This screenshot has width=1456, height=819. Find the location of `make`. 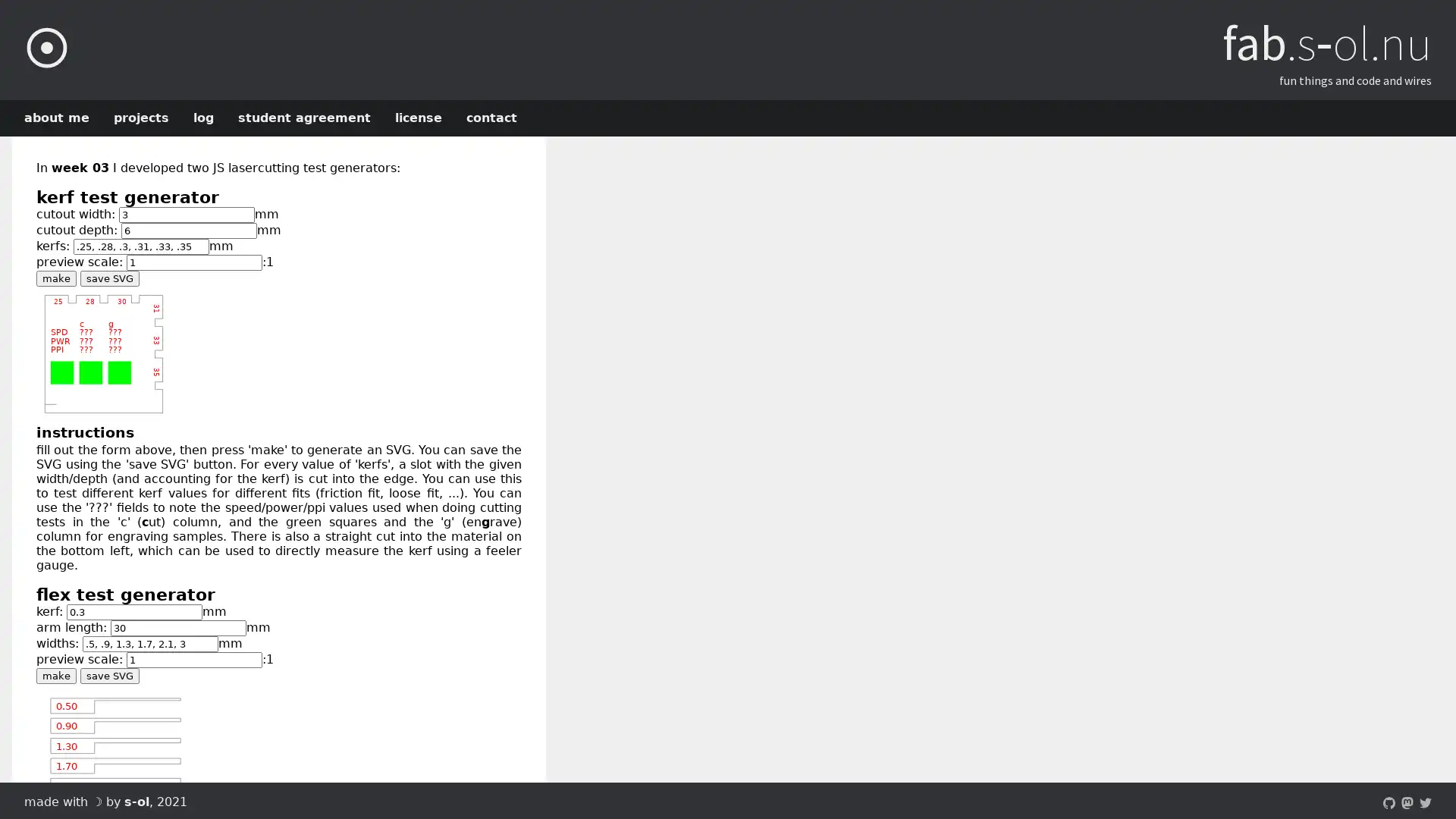

make is located at coordinates (56, 278).